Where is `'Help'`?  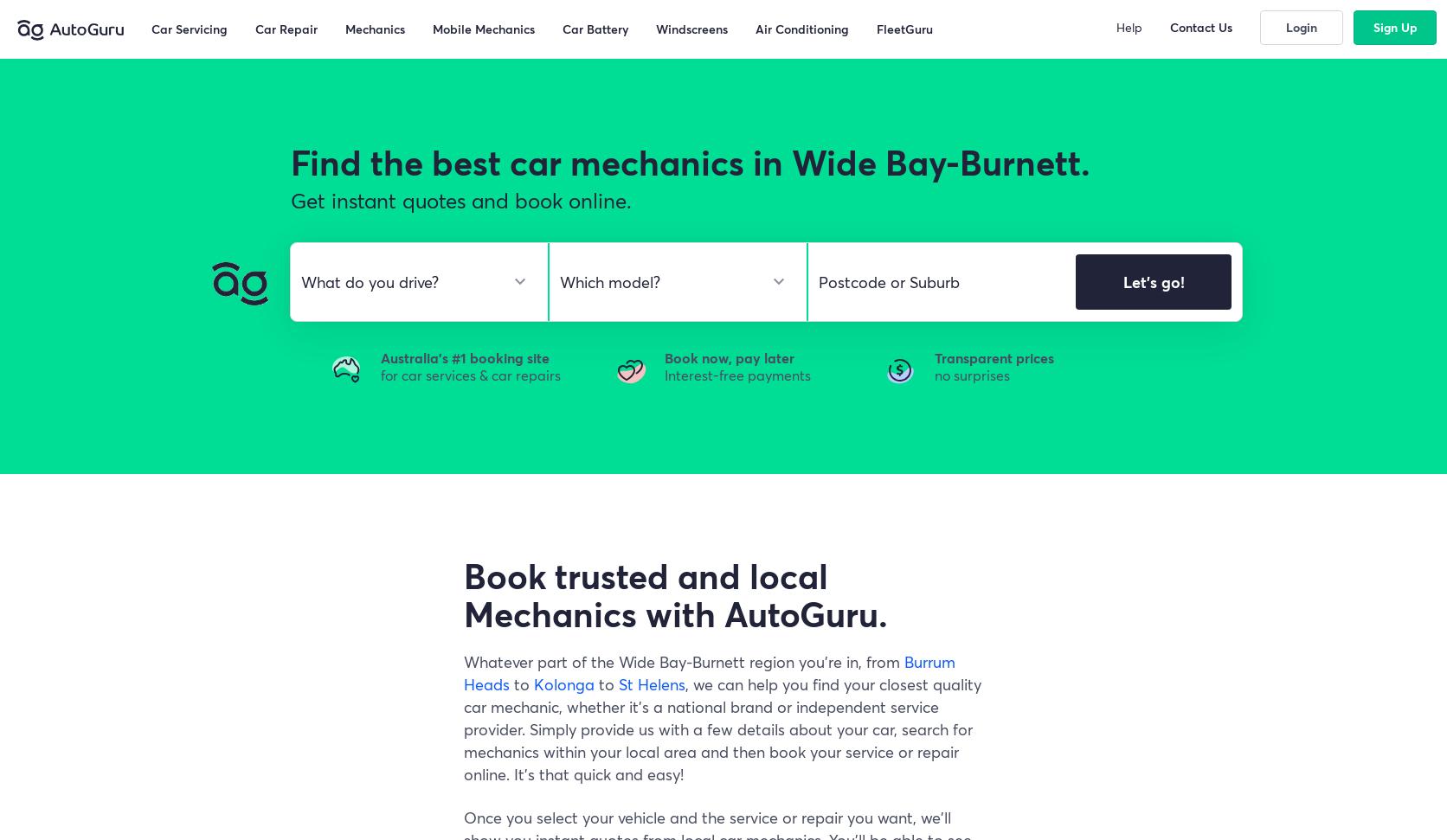
'Help' is located at coordinates (1116, 27).